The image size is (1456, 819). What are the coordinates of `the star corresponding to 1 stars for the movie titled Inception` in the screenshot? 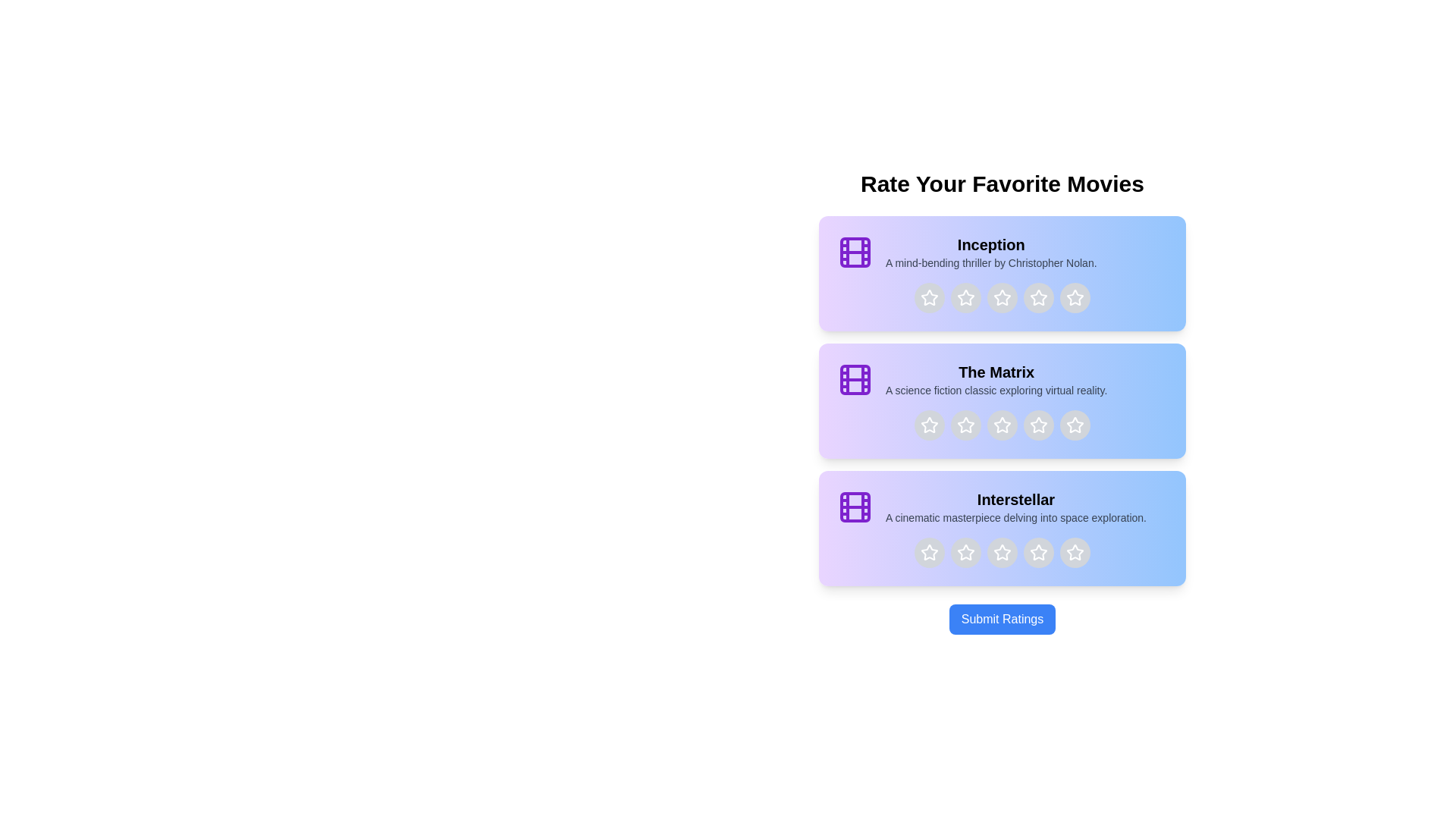 It's located at (928, 298).